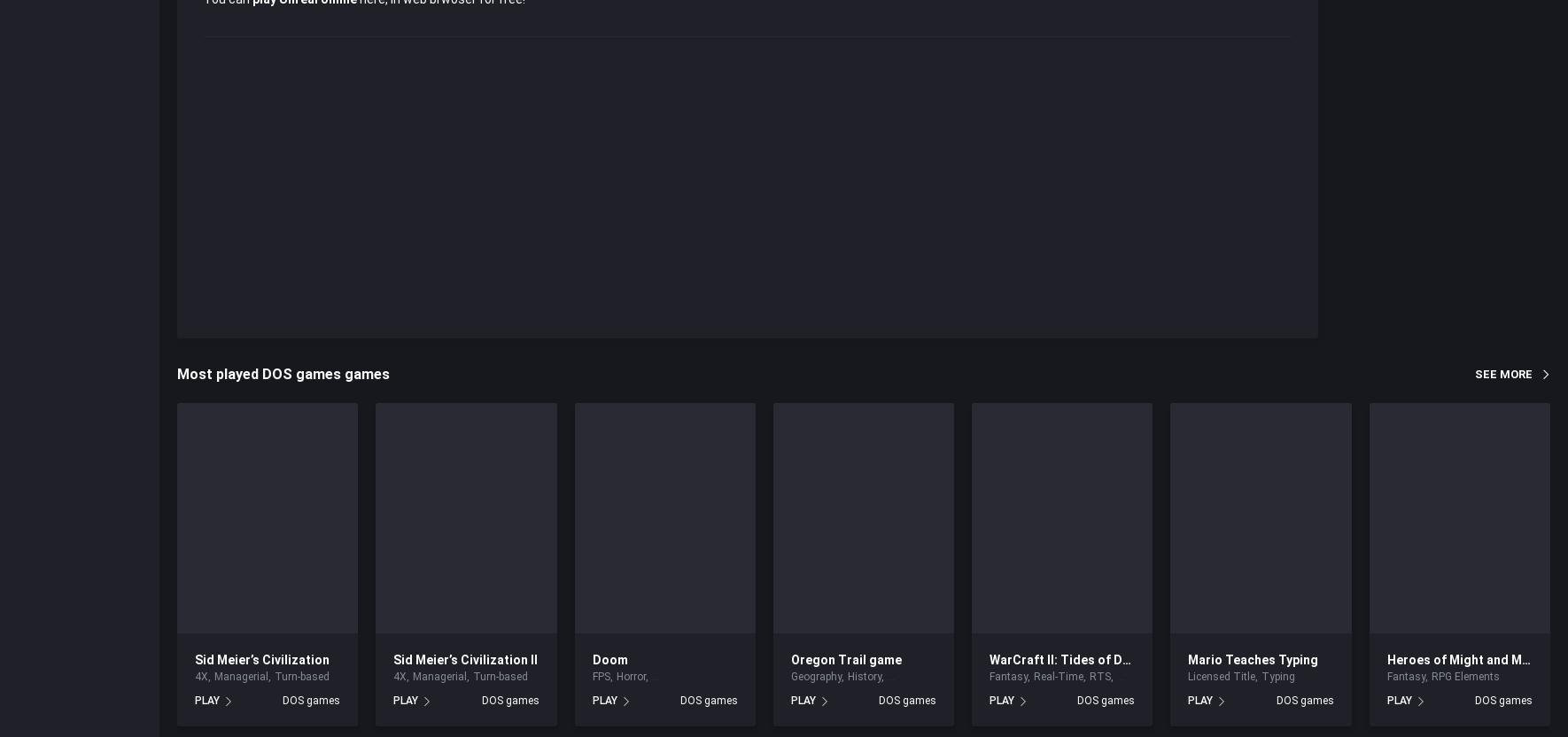  Describe the element at coordinates (844, 658) in the screenshot. I see `'Oregon Trail game'` at that location.